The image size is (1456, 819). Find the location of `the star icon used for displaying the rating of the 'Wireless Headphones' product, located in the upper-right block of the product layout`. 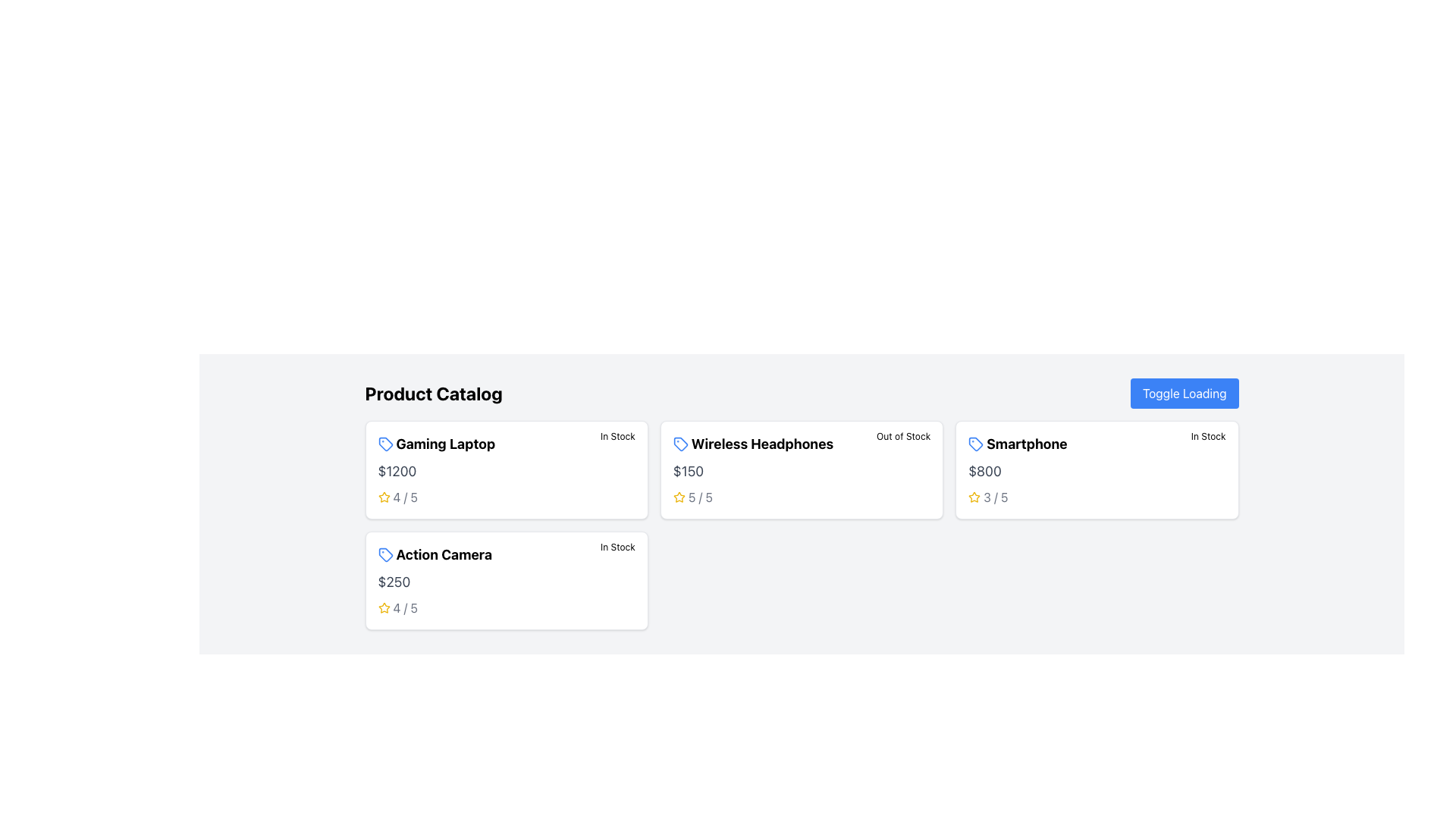

the star icon used for displaying the rating of the 'Wireless Headphones' product, located in the upper-right block of the product layout is located at coordinates (678, 497).